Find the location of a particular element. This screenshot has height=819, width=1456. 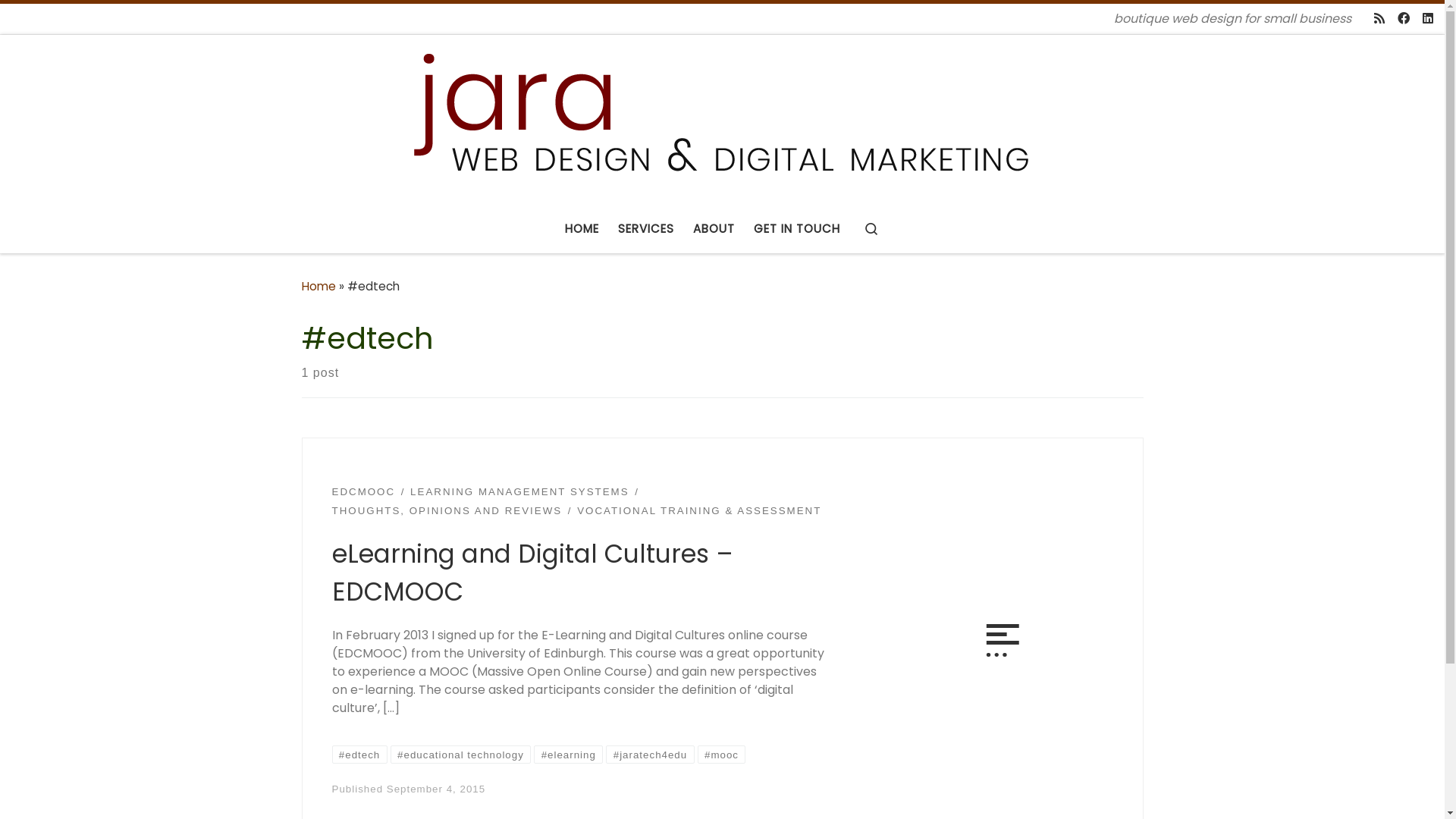

'VOCATIONAL TRAINING & ASSESSMENT' is located at coordinates (698, 511).